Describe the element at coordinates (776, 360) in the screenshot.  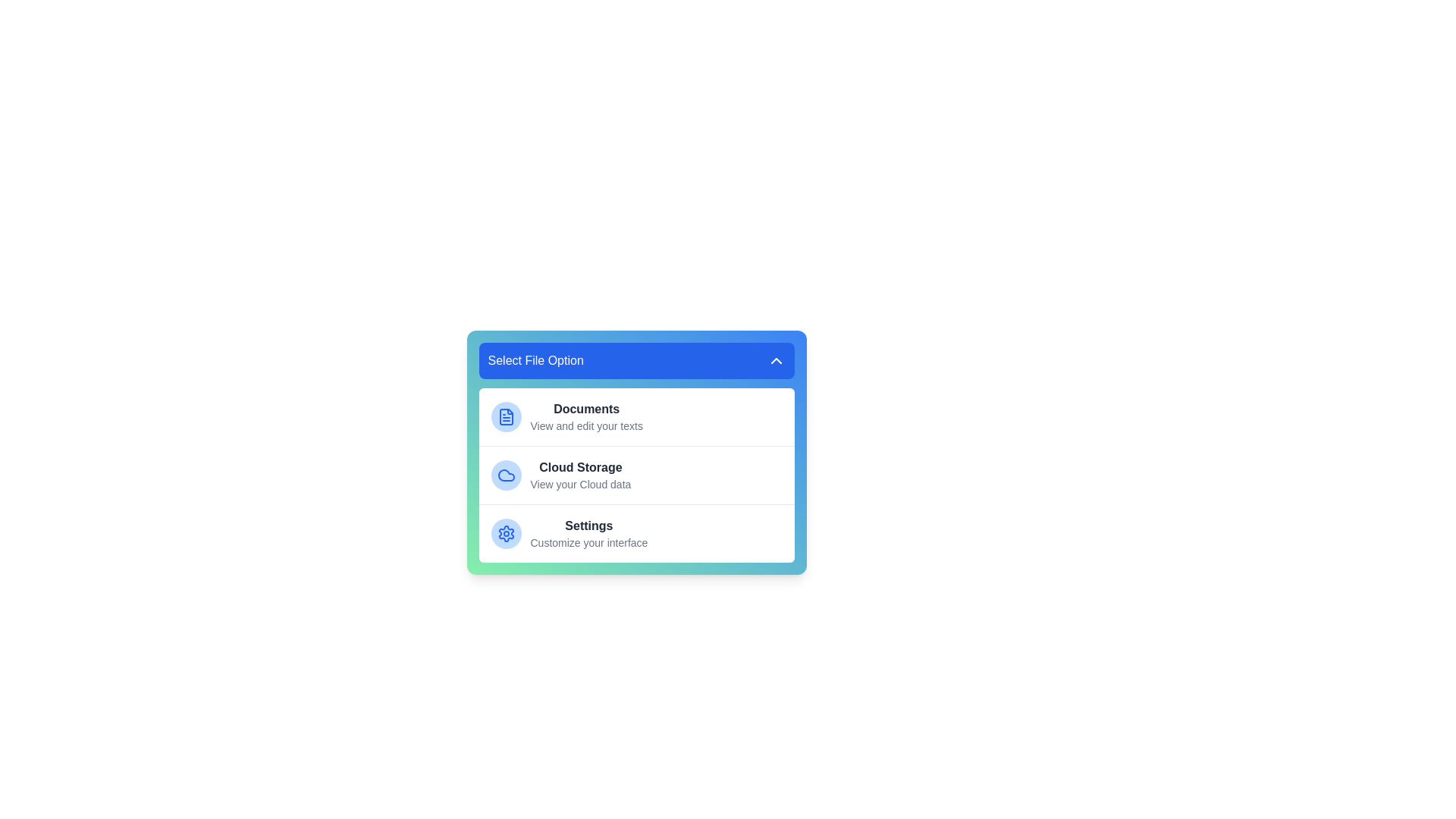
I see `the arrow icon button located at the rightmost portion of the blue header bar labeled 'Select File Option'` at that location.